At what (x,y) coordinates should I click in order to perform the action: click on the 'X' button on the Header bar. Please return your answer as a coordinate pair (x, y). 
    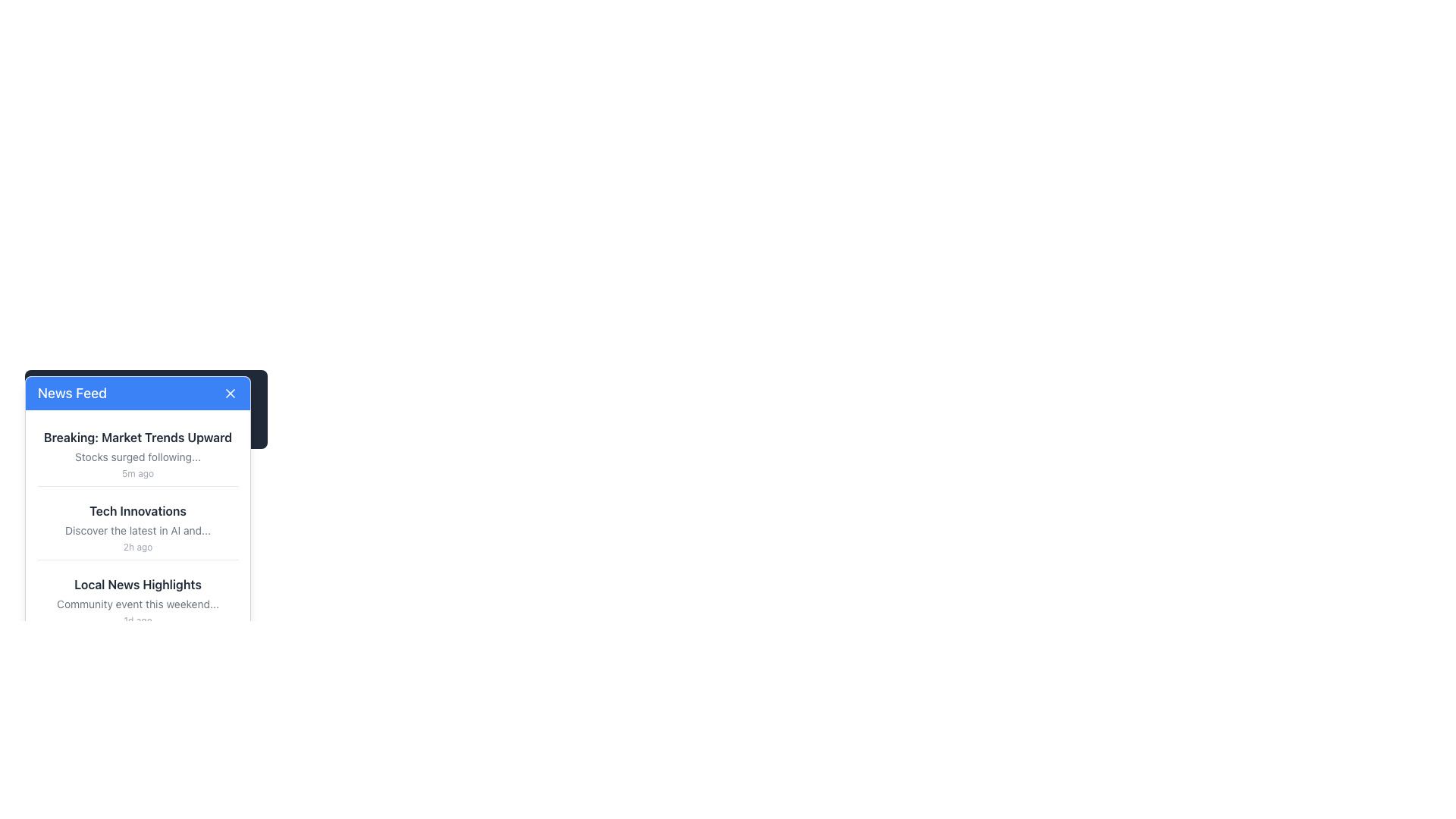
    Looking at the image, I should click on (146, 409).